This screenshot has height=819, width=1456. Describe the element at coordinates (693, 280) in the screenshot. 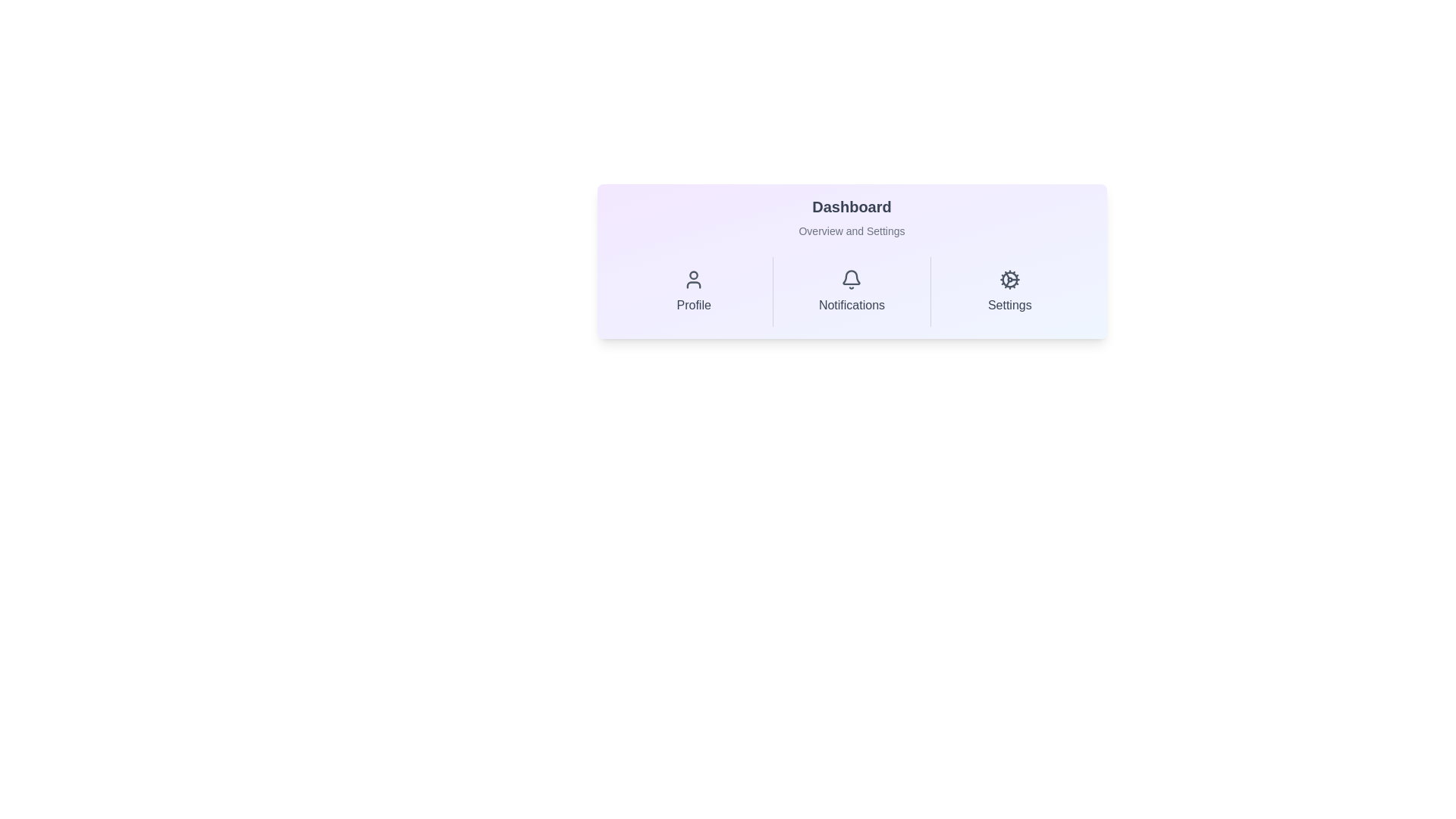

I see `the profile icon located above the 'Profile' text in the navigation bar` at that location.